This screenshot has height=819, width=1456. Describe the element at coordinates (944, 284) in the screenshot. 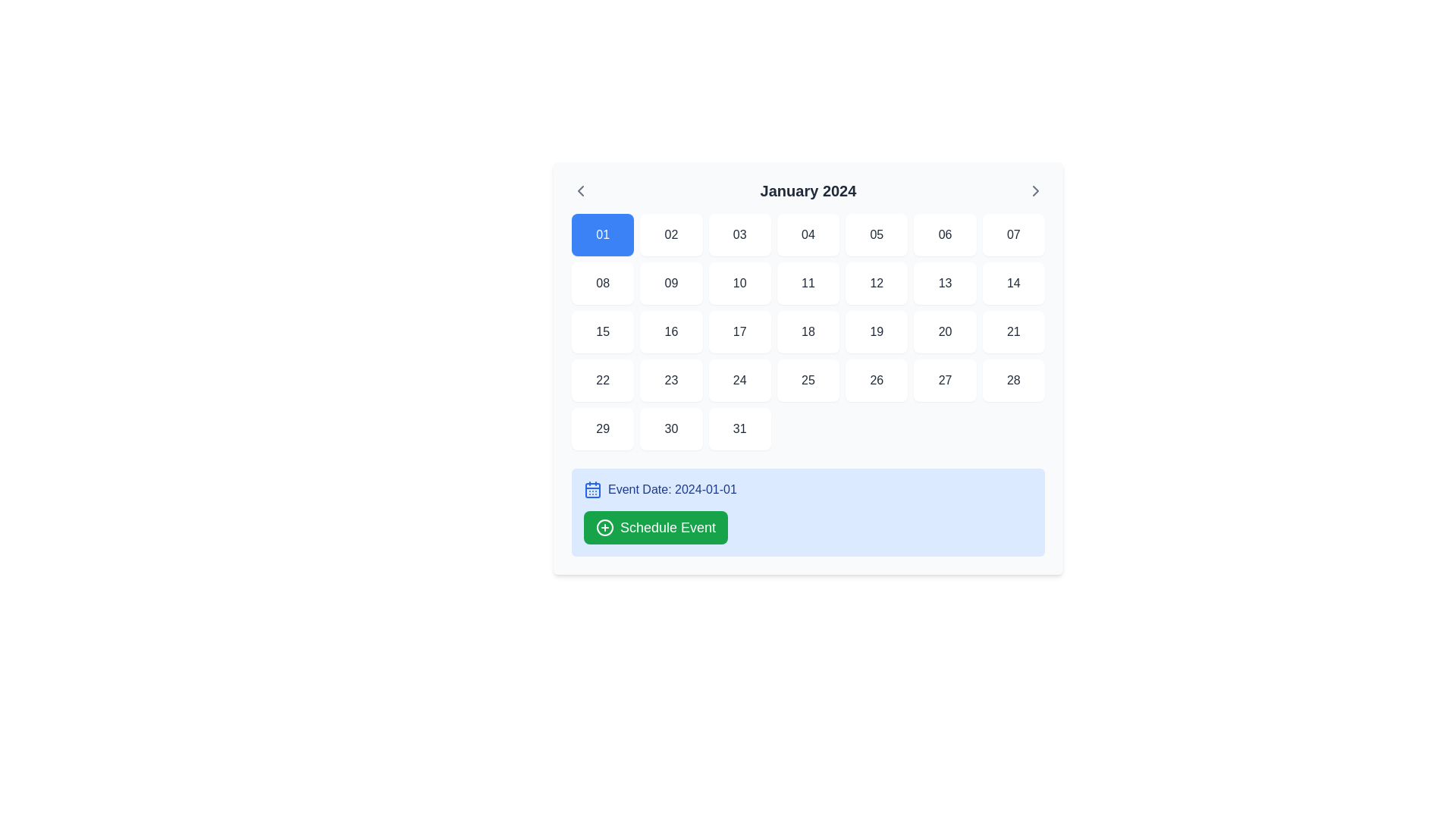

I see `the rectangular button displaying the number '13' in black text, located in the January 2024 calendar grid` at that location.